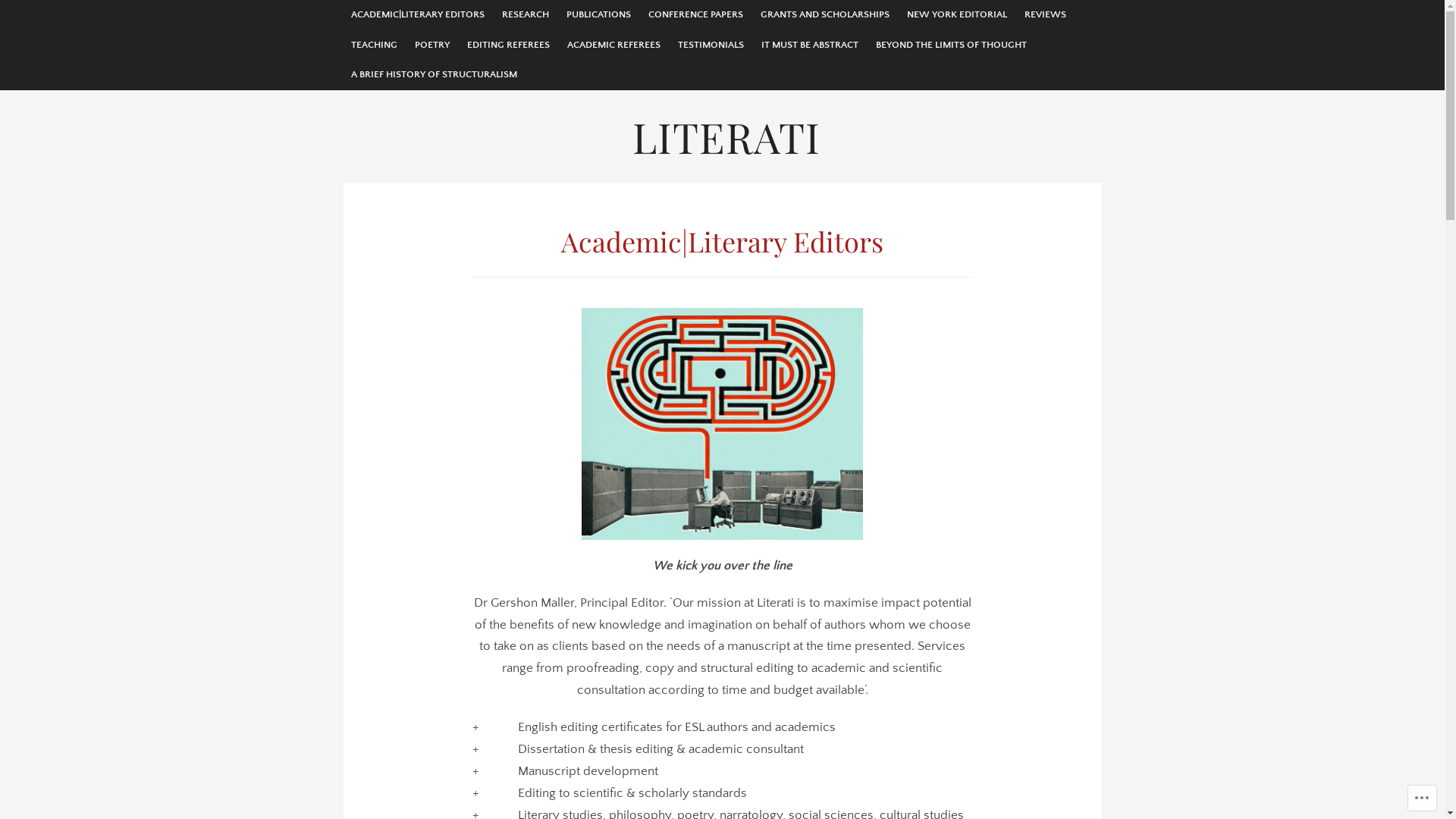 The height and width of the screenshot is (819, 1456). Describe the element at coordinates (823, 14) in the screenshot. I see `'GRANTS AND SCHOLARSHIPS'` at that location.